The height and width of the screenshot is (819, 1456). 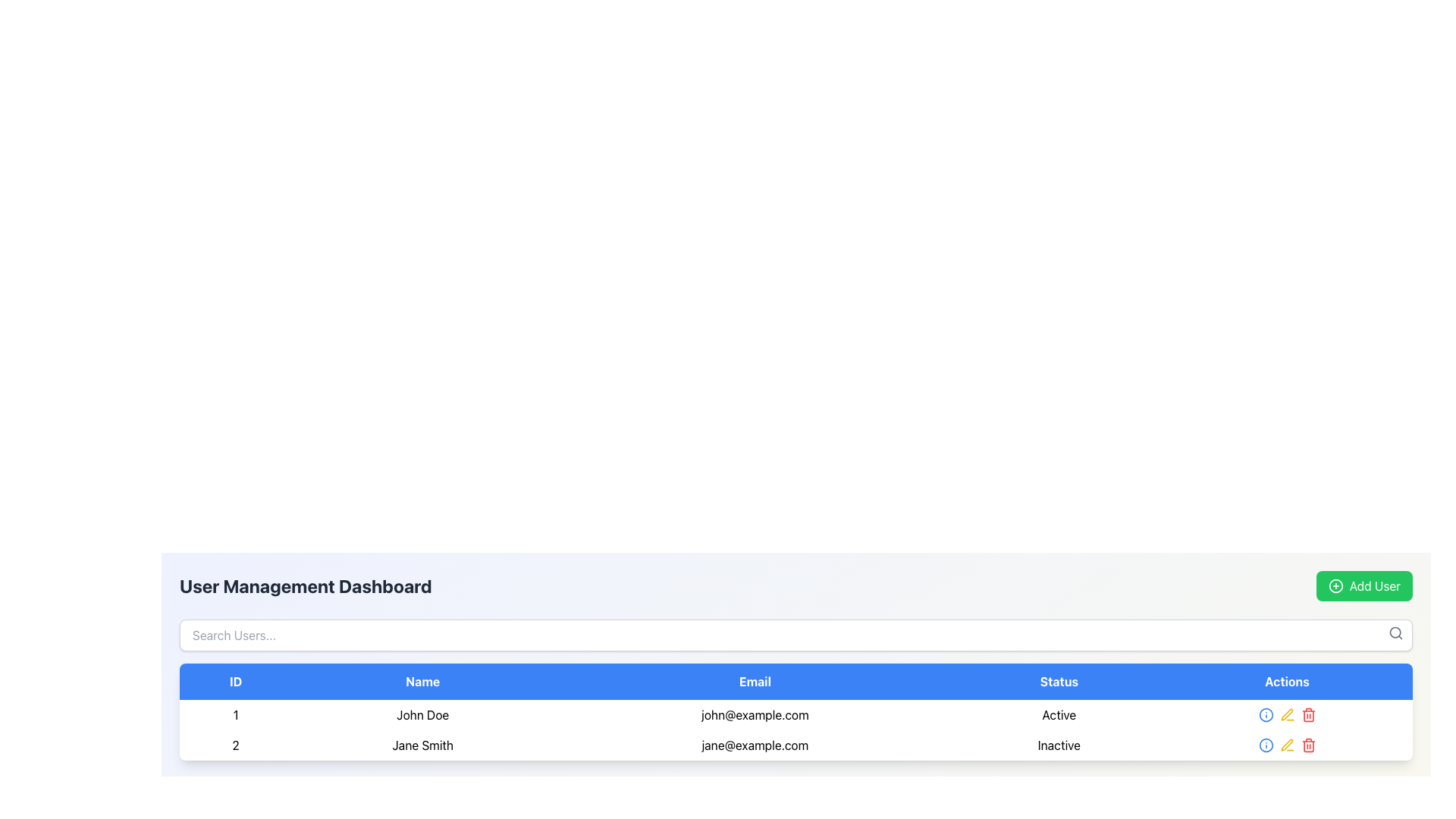 I want to click on the text label element containing 'ID' in white on a blue background, which is the first element in a horizontal sequence of five elements in the table header, so click(x=235, y=680).